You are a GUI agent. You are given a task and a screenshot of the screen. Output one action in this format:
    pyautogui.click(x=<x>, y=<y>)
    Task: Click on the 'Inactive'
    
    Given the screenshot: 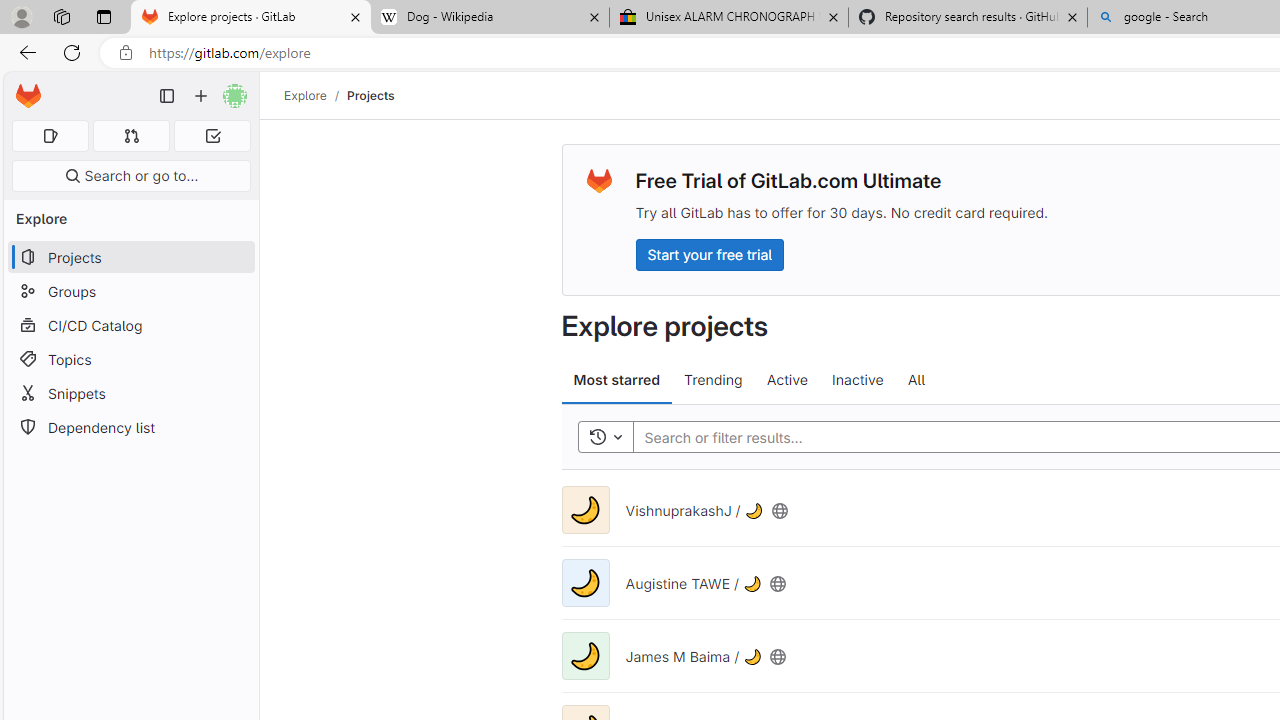 What is the action you would take?
    pyautogui.click(x=858, y=380)
    